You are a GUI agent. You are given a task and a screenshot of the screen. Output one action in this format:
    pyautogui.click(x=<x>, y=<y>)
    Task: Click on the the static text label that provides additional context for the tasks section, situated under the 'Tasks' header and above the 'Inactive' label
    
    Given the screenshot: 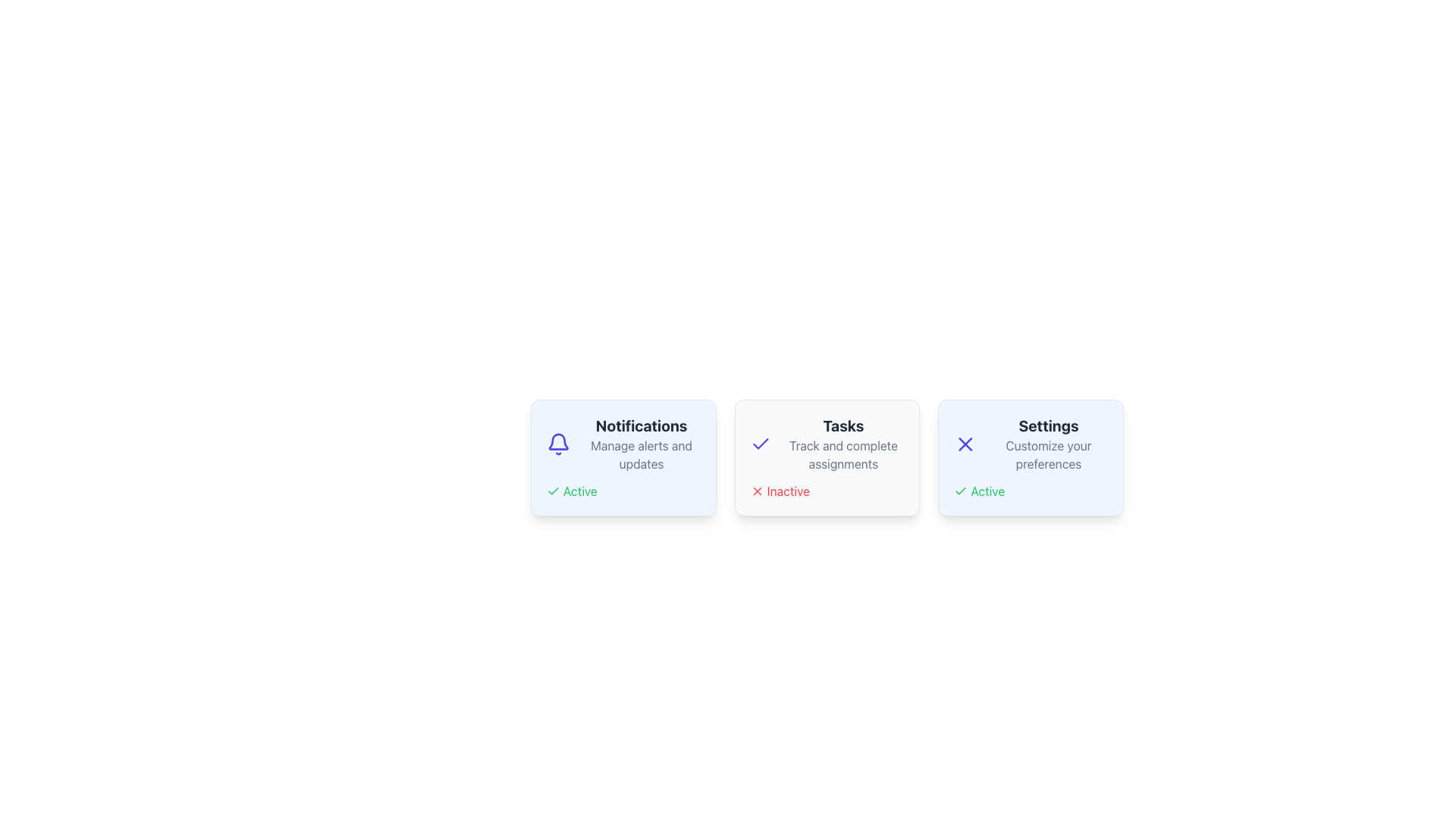 What is the action you would take?
    pyautogui.click(x=843, y=454)
    